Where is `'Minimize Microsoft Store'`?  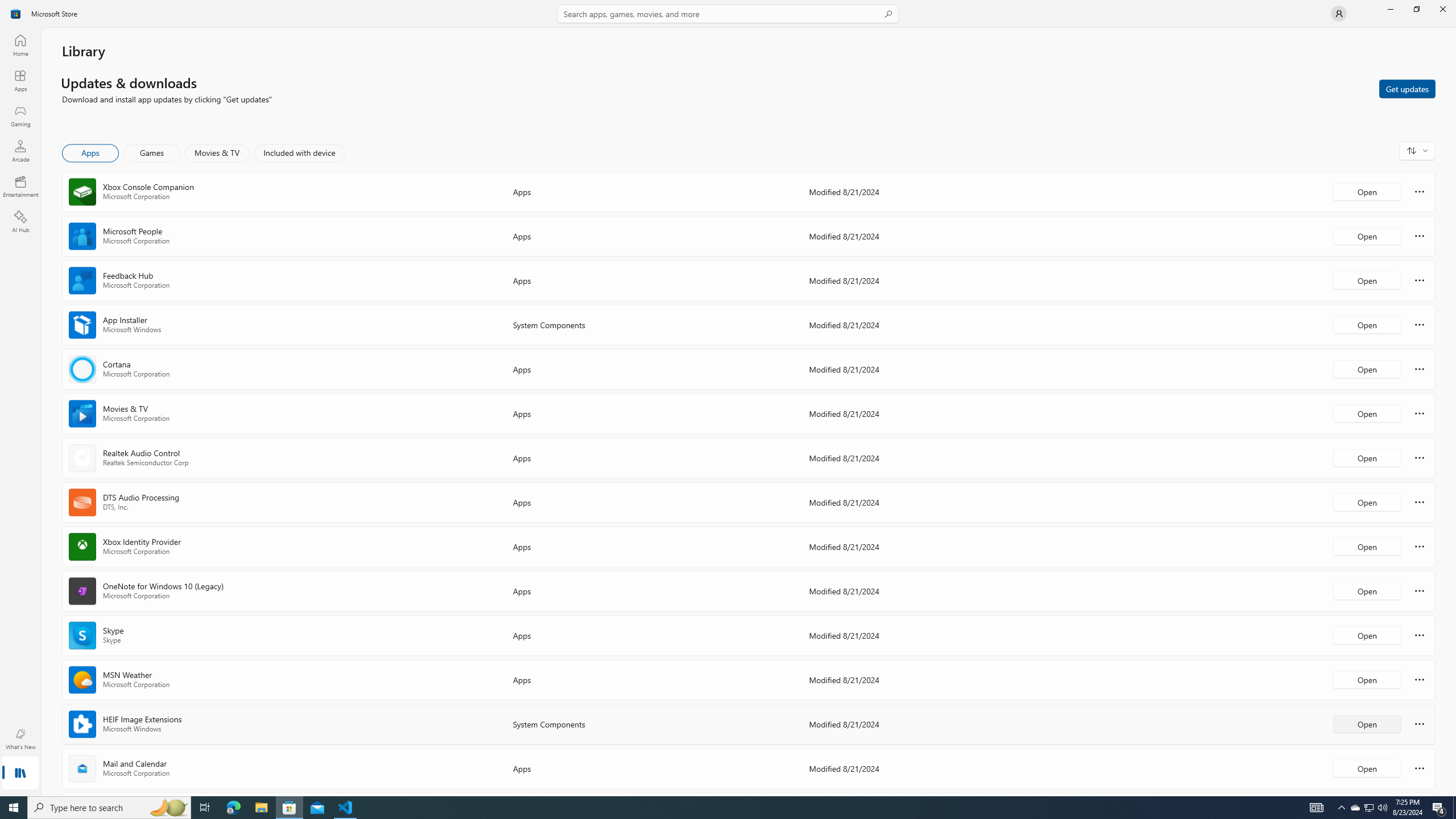
'Minimize Microsoft Store' is located at coordinates (1389, 9).